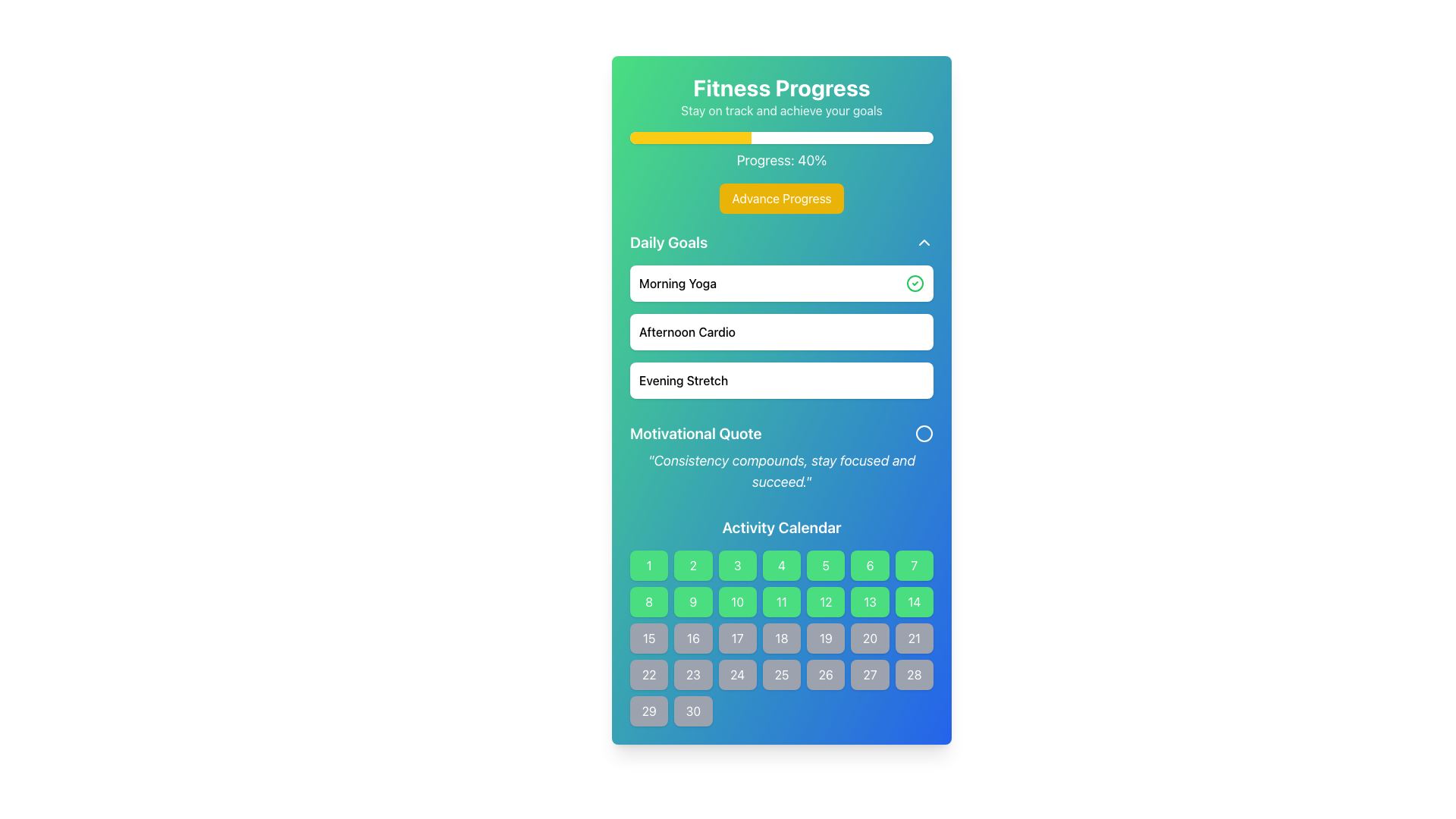 This screenshot has height=819, width=1456. Describe the element at coordinates (870, 565) in the screenshot. I see `the green square button with the number '6' in the 'Activity Calendar' section` at that location.